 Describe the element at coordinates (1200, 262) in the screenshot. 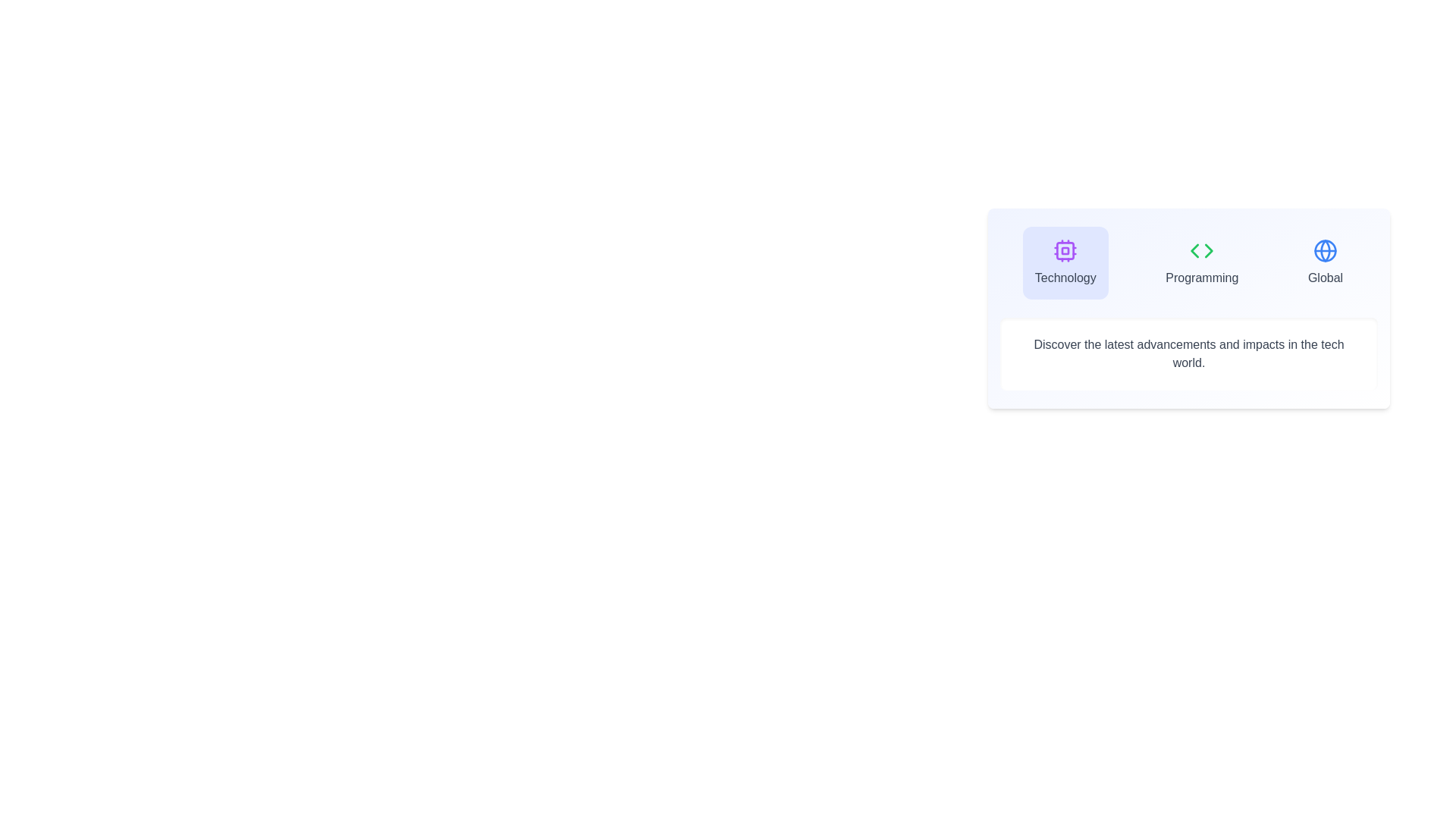

I see `the tab with the icon representing Programming` at that location.